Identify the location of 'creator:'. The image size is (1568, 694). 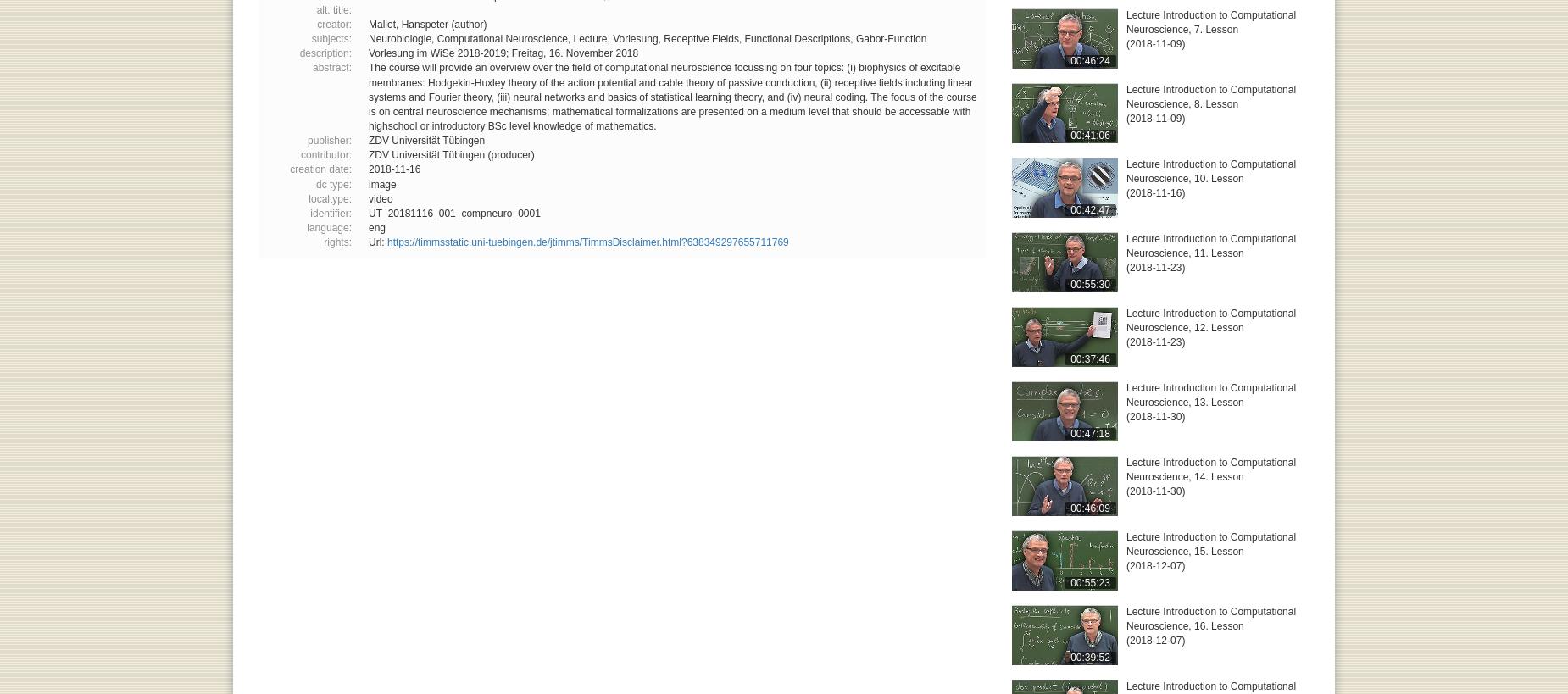
(333, 23).